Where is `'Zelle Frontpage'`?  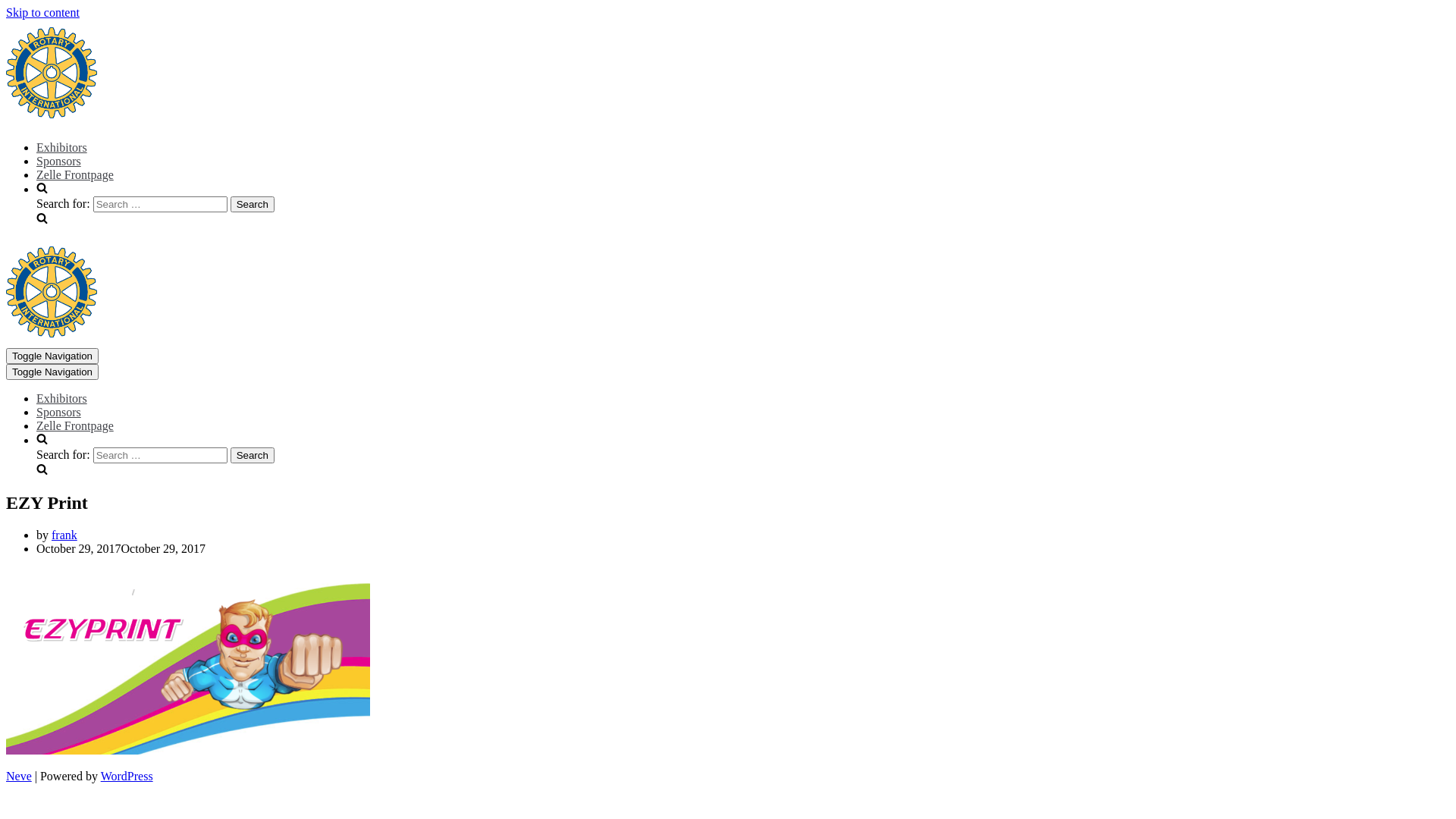
'Zelle Frontpage' is located at coordinates (36, 174).